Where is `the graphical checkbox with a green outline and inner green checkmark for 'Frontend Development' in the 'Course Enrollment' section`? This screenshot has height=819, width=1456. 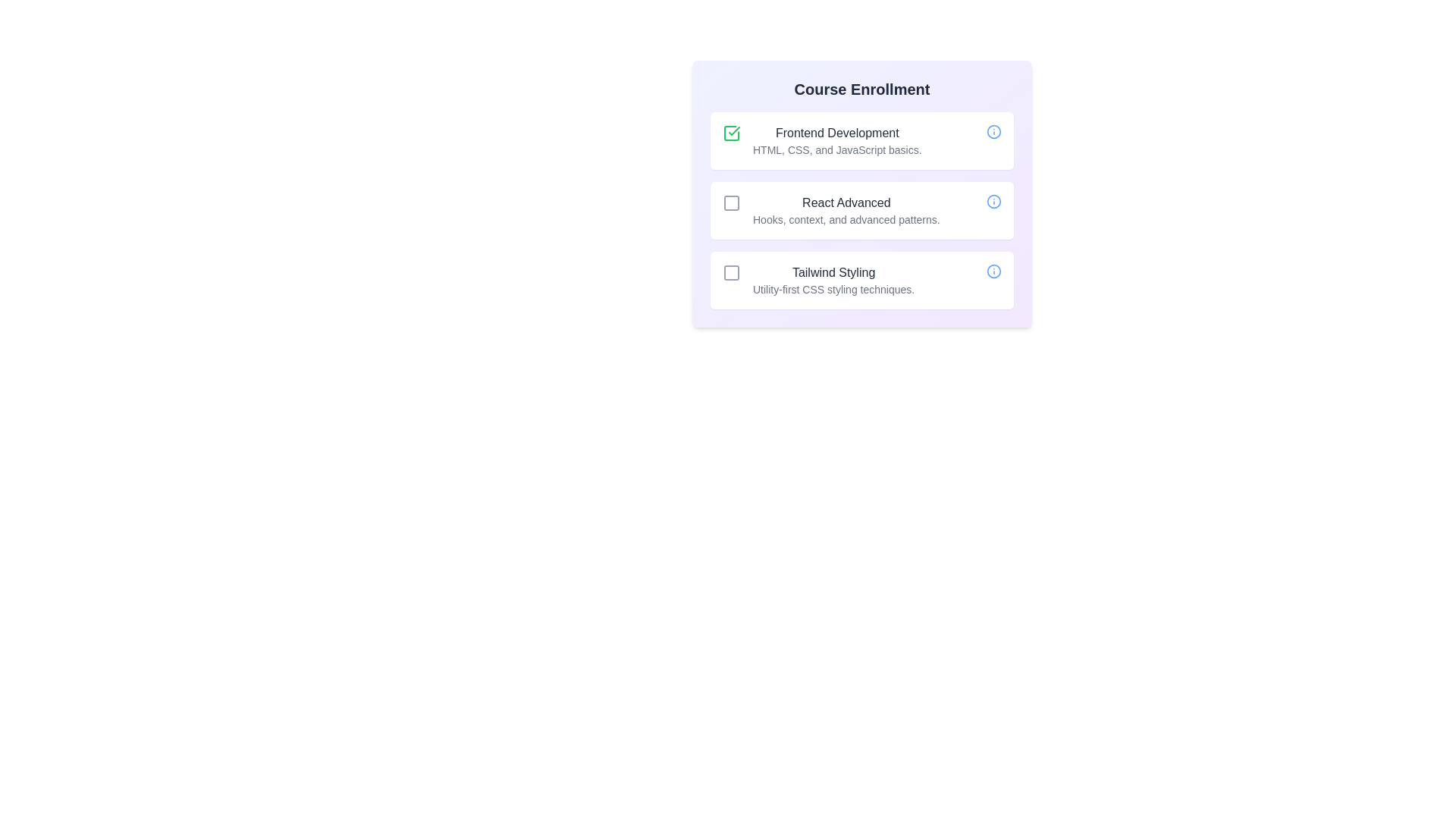 the graphical checkbox with a green outline and inner green checkmark for 'Frontend Development' in the 'Course Enrollment' section is located at coordinates (731, 133).